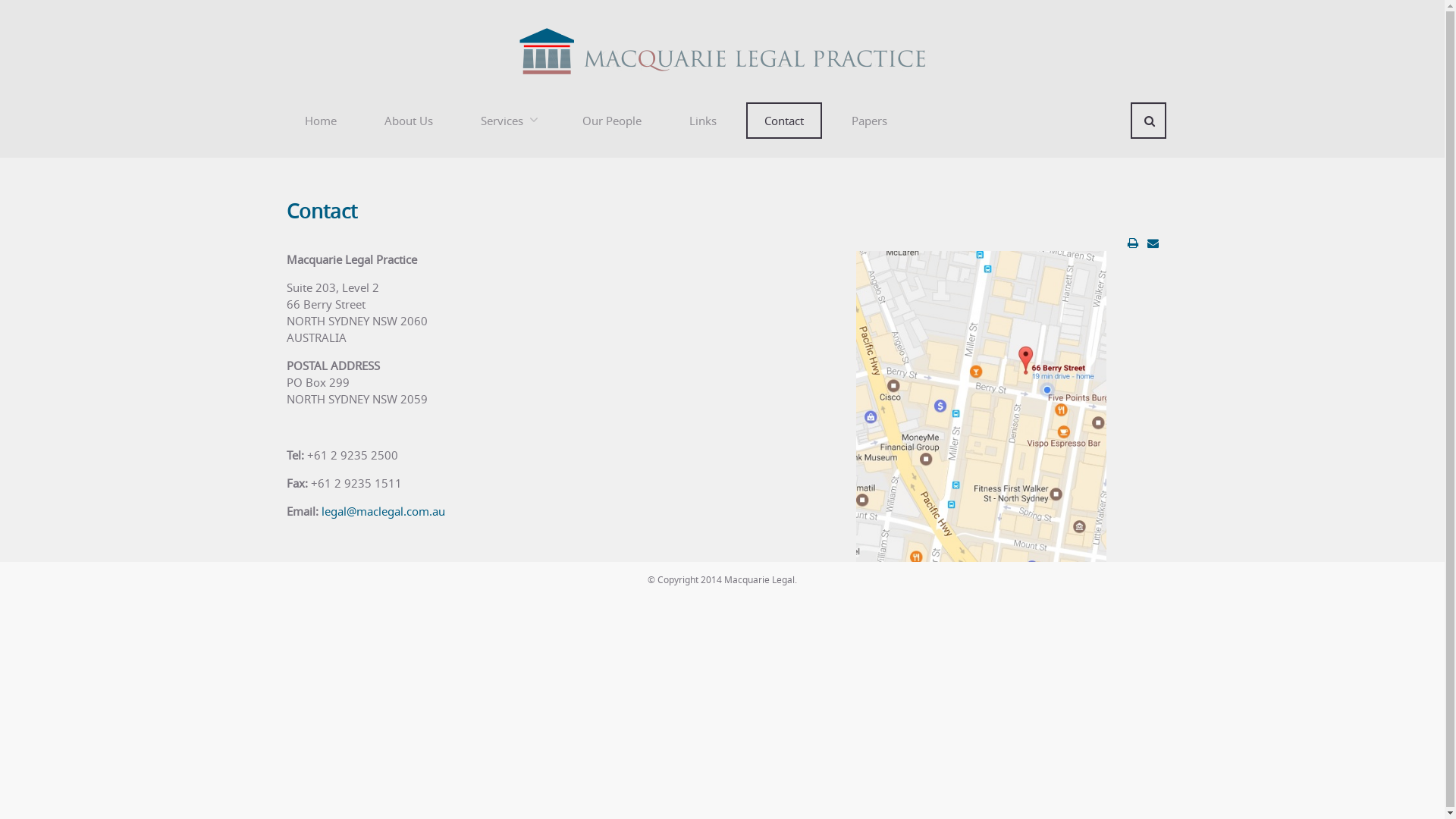 The height and width of the screenshot is (819, 1456). I want to click on 'legal@maclegal.com.au', so click(383, 511).